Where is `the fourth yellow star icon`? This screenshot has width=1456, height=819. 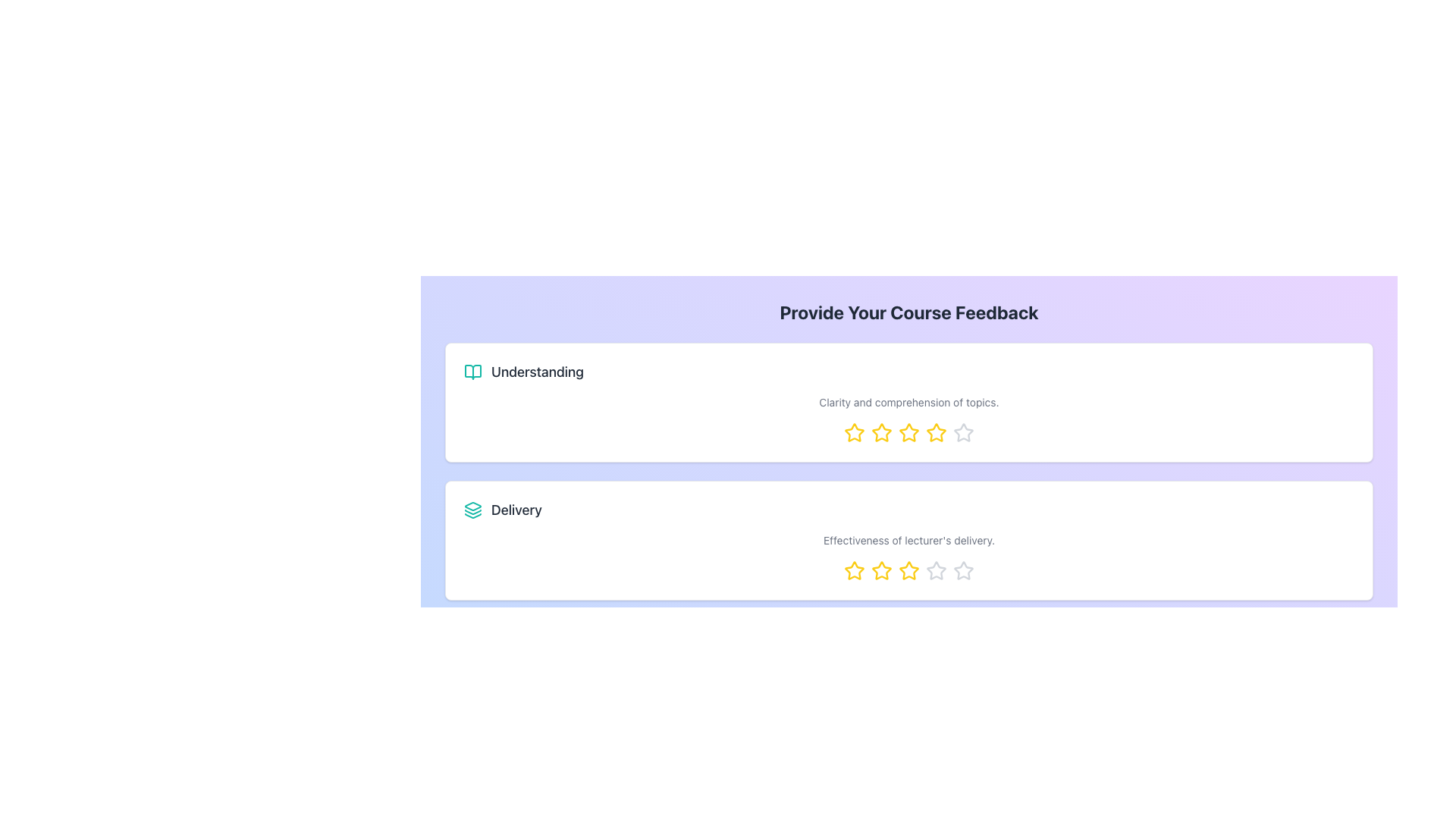
the fourth yellow star icon is located at coordinates (909, 432).